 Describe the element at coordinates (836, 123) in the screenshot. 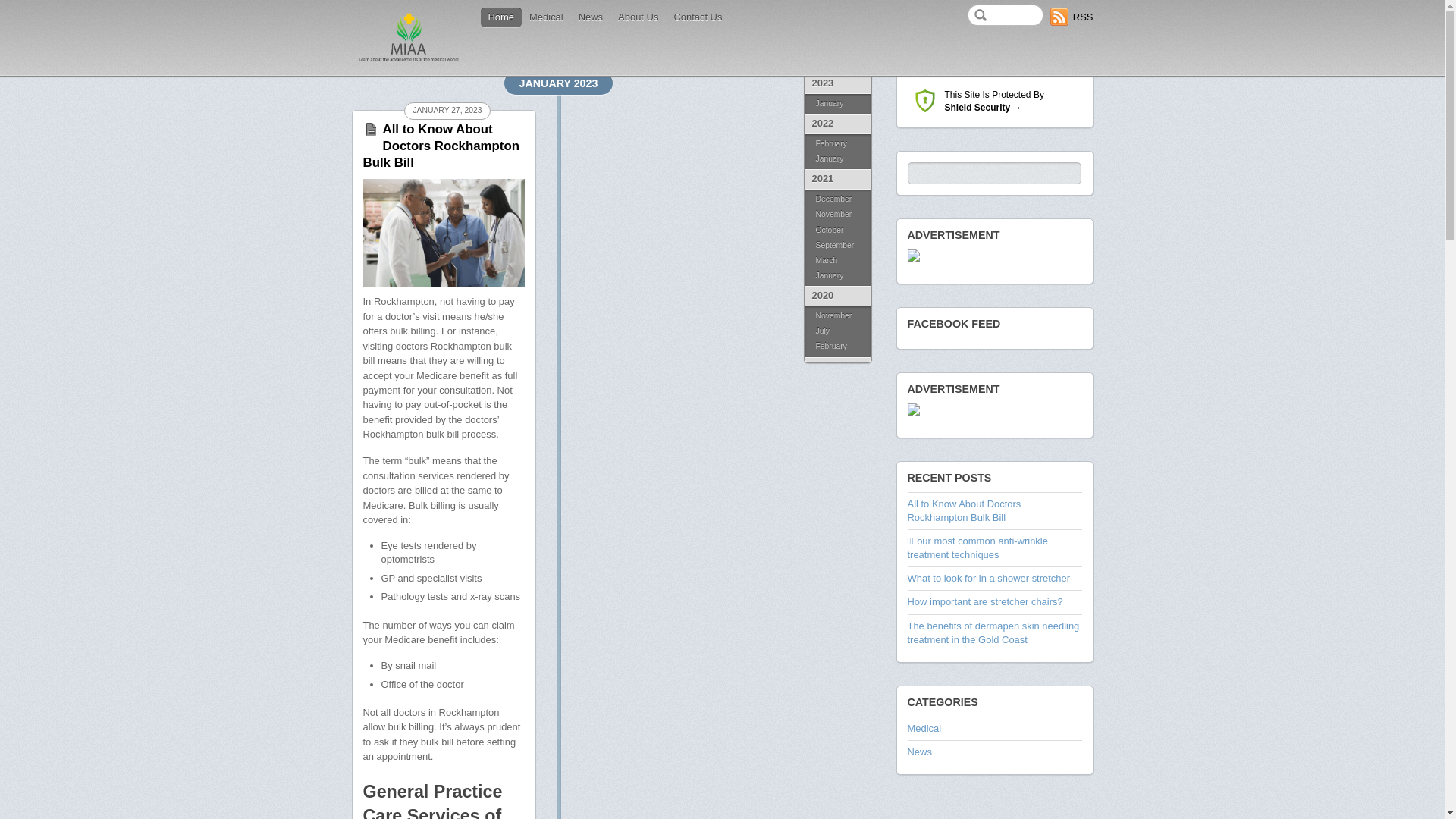

I see `'2022'` at that location.